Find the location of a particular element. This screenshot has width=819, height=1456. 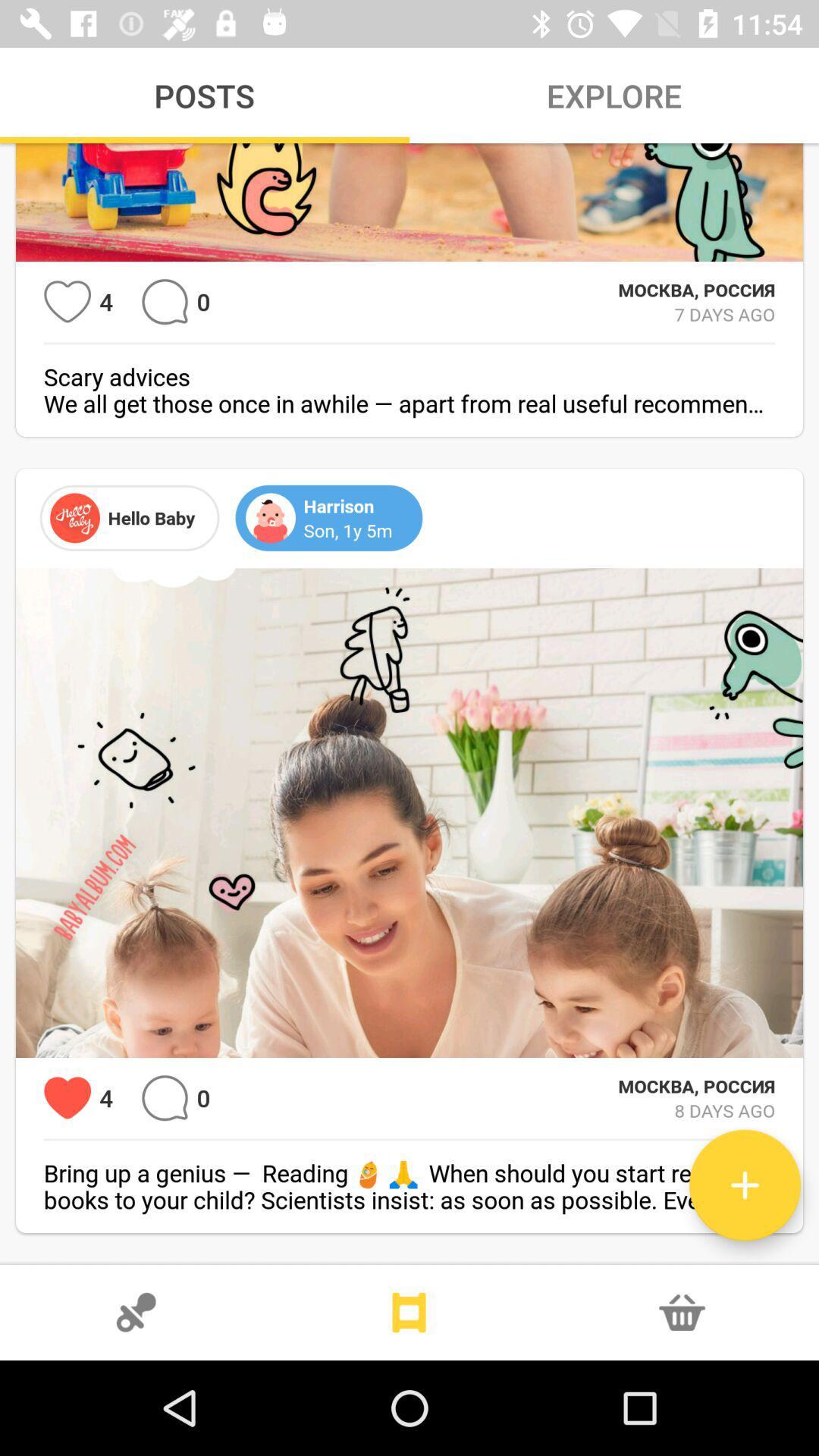

the cart is located at coordinates (681, 1312).